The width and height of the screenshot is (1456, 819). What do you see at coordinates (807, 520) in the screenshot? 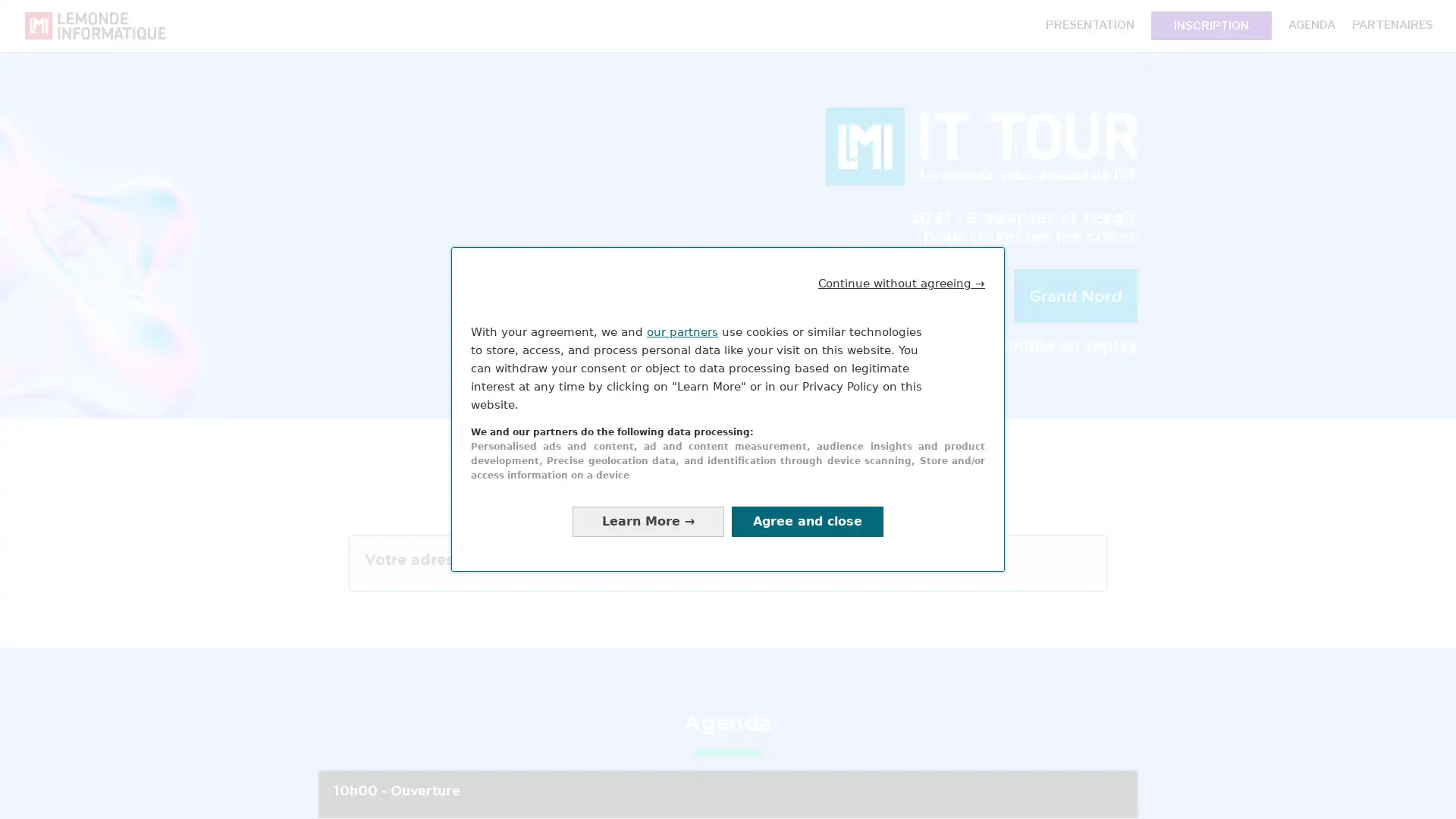
I see `Agree to our data processing and close` at bounding box center [807, 520].